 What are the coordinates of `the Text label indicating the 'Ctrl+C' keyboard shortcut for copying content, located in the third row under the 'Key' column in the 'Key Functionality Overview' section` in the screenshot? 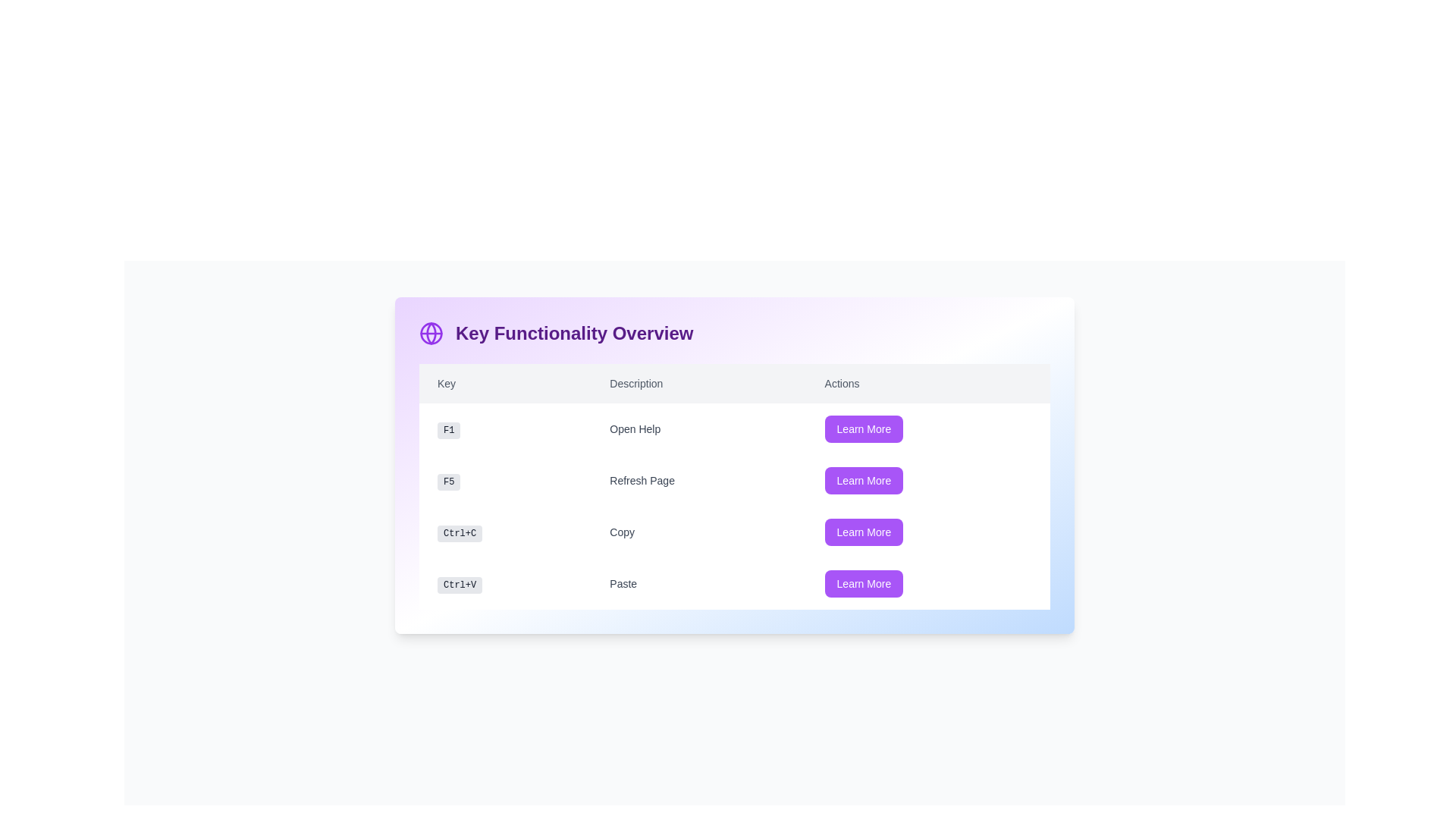 It's located at (459, 533).